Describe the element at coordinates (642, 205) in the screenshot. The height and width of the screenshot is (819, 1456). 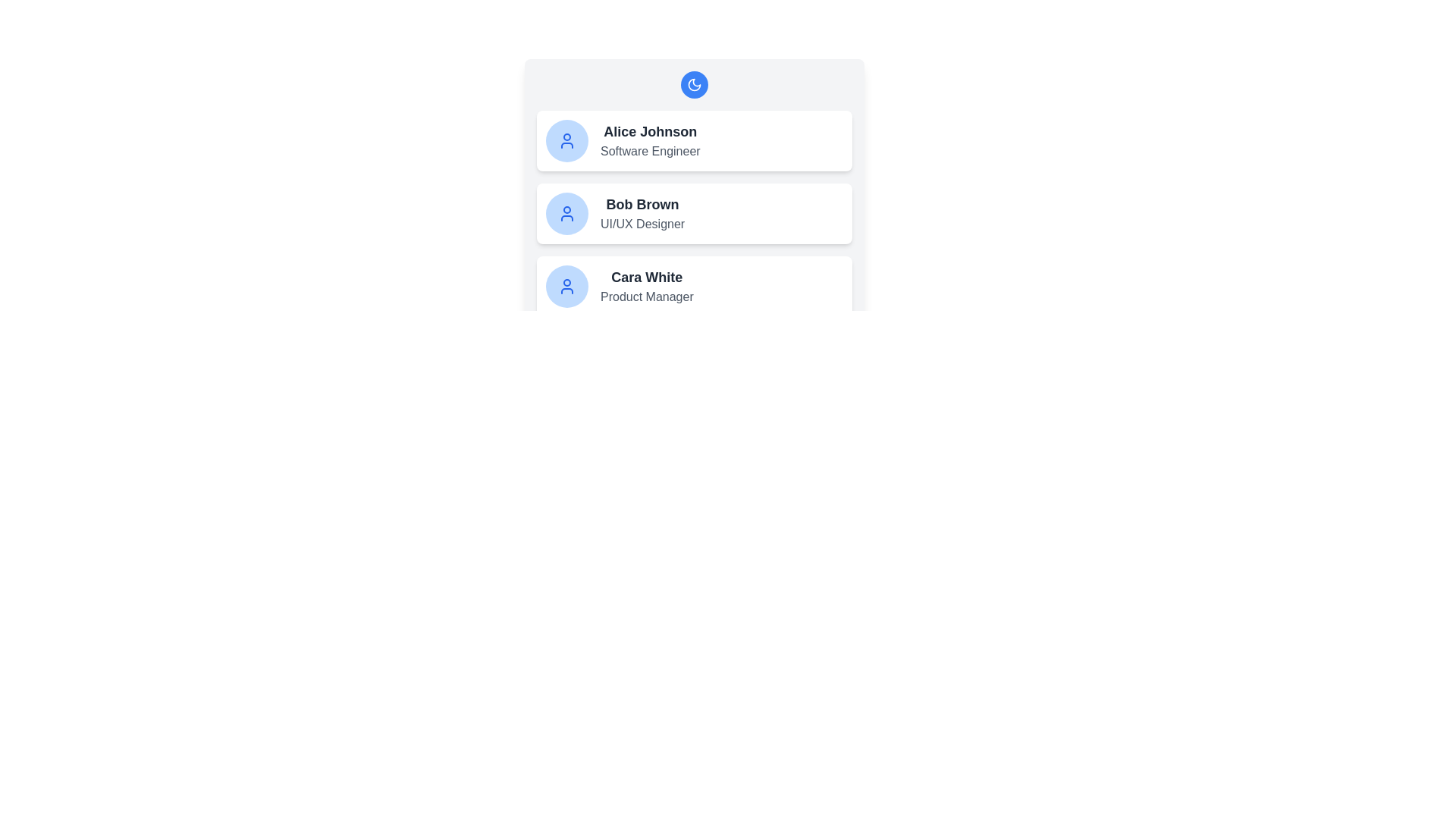
I see `the text element displaying 'Bob Brown', which is bold and prominently positioned above 'UI/UX Designer' in the listing interface` at that location.